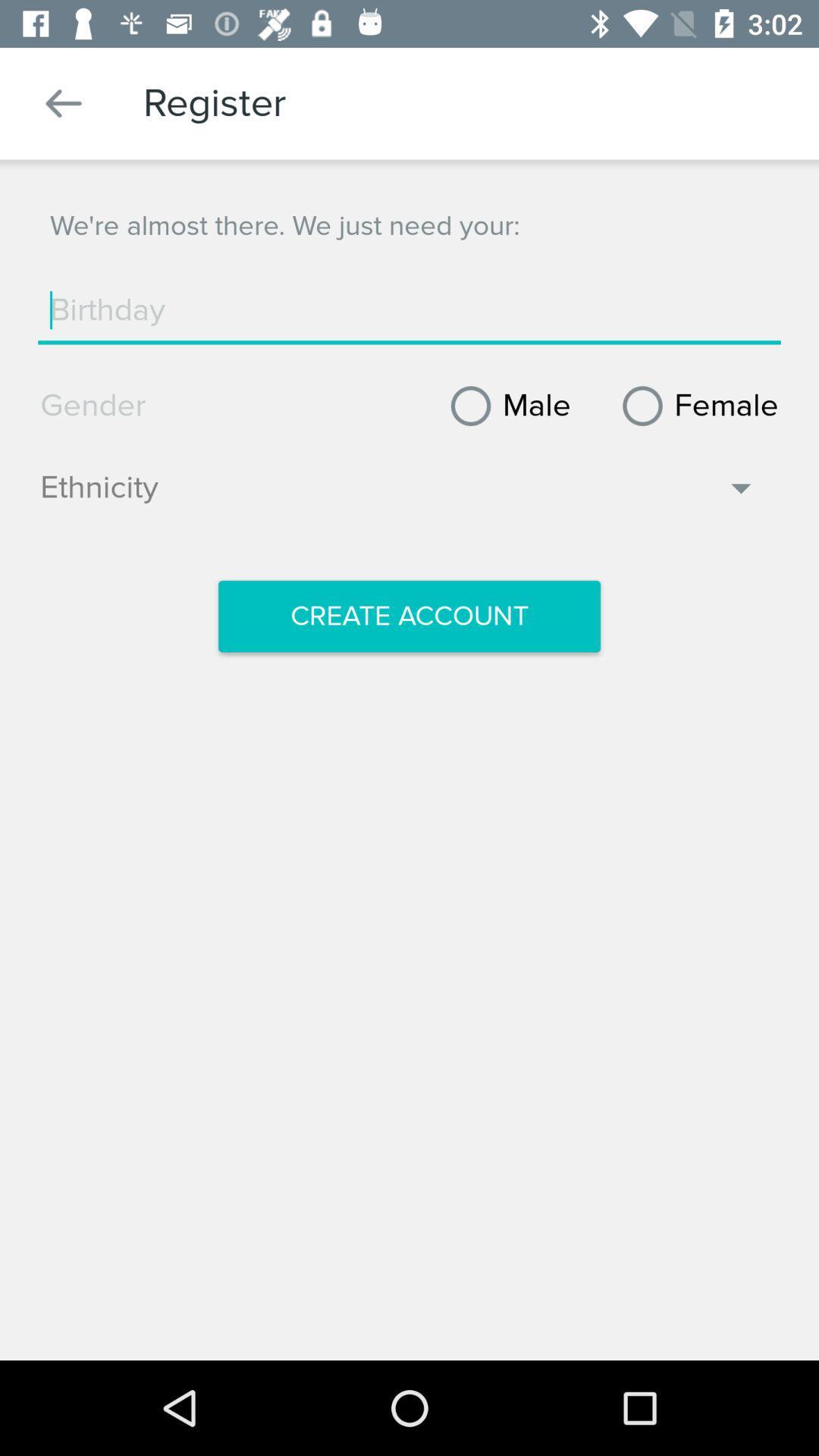 Image resolution: width=819 pixels, height=1456 pixels. What do you see at coordinates (695, 406) in the screenshot?
I see `female icon` at bounding box center [695, 406].